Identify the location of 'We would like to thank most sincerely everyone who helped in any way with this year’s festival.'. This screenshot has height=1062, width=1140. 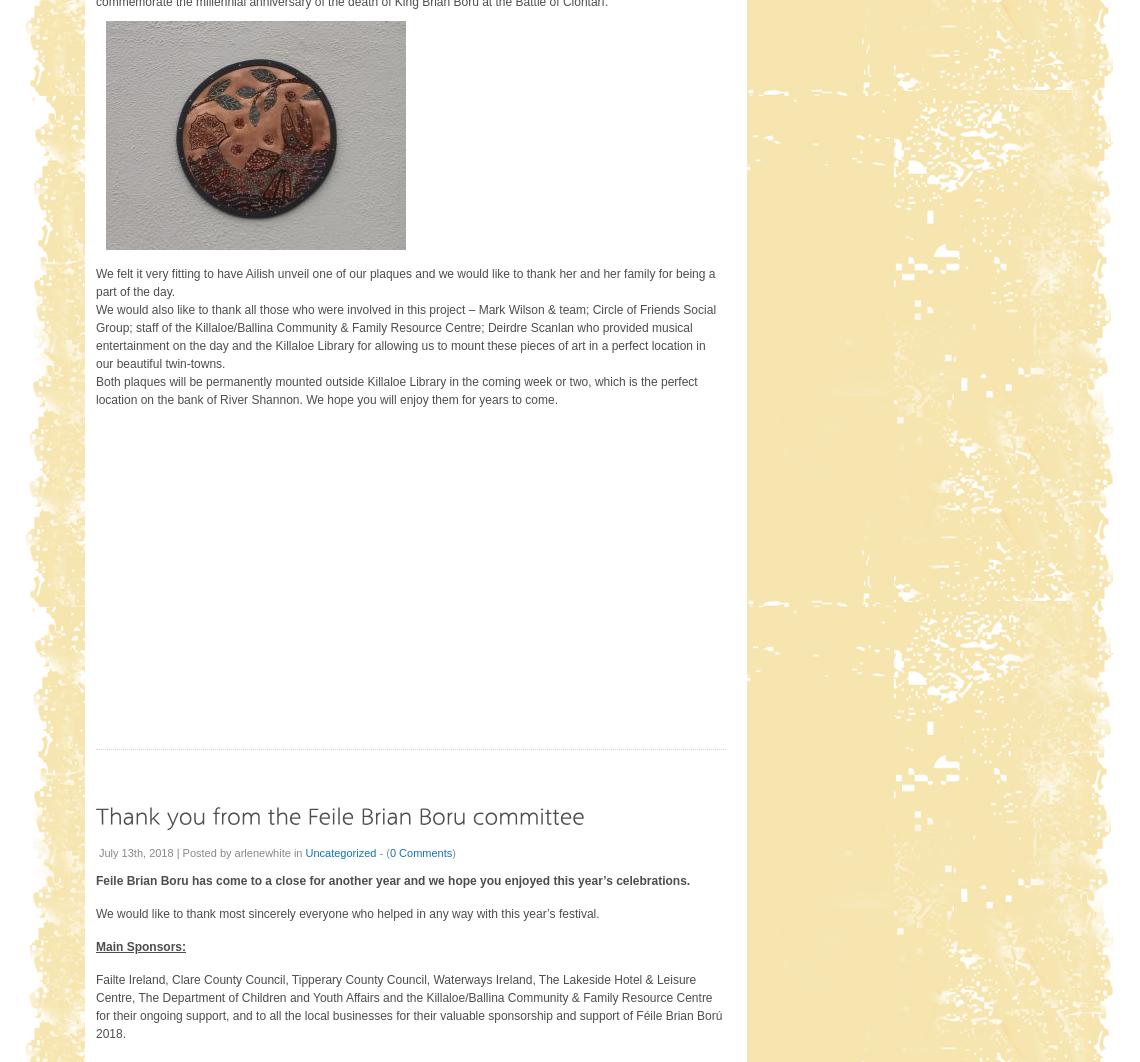
(347, 912).